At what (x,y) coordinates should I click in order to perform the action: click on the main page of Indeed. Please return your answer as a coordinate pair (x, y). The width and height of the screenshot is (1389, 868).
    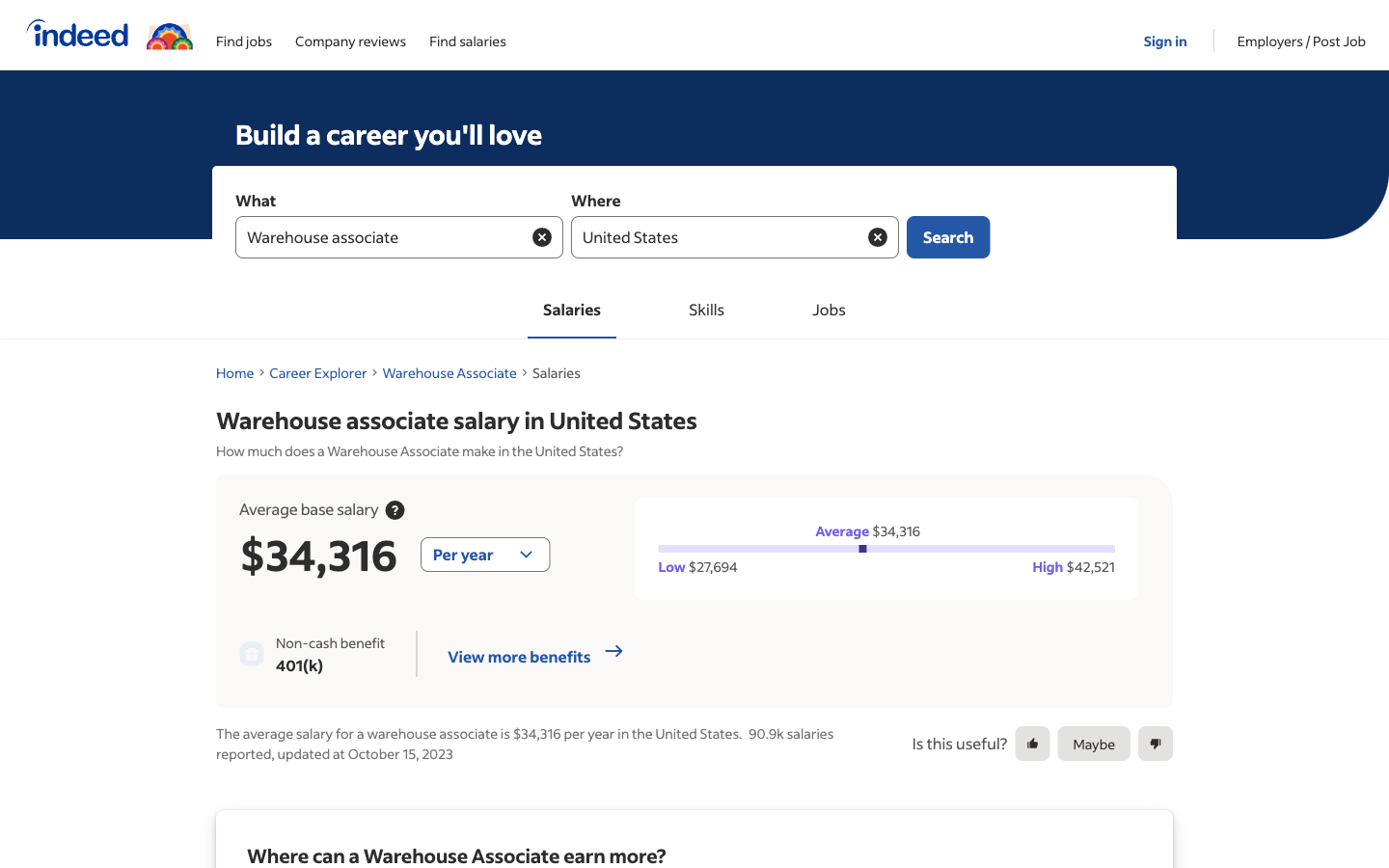
    Looking at the image, I should click on (73, 34).